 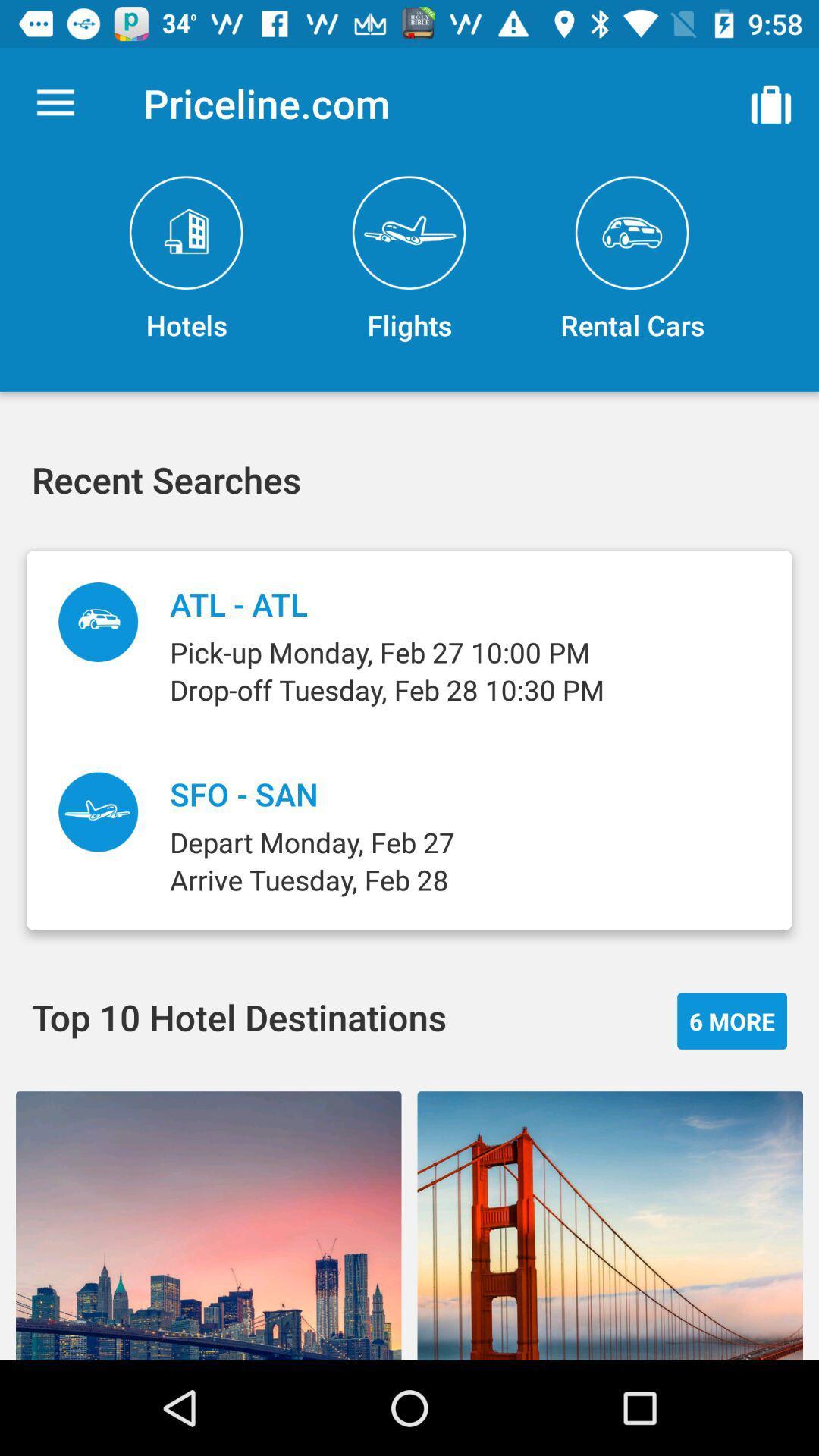 What do you see at coordinates (731, 1021) in the screenshot?
I see `item below rental cars item` at bounding box center [731, 1021].